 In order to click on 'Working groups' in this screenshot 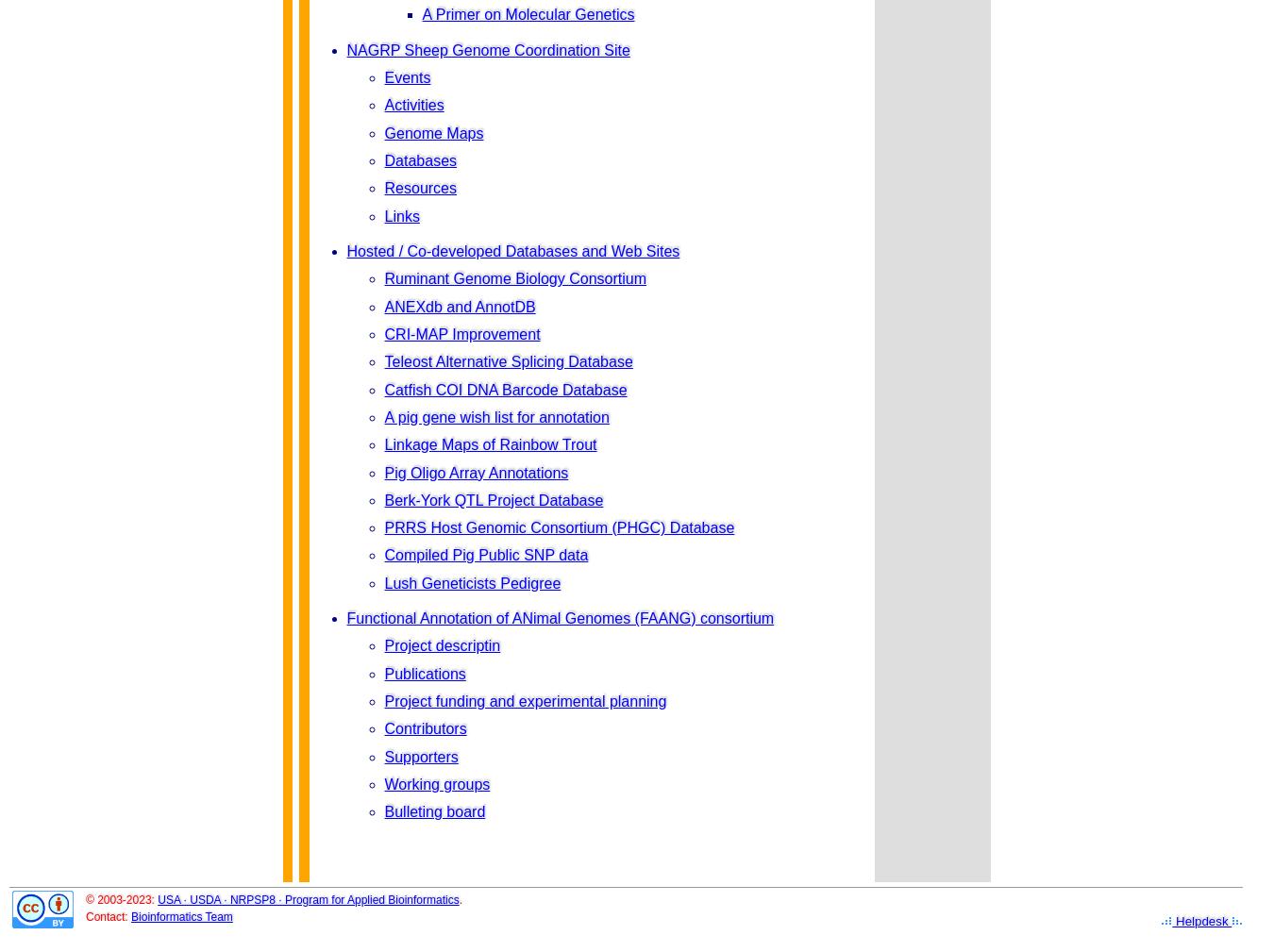, I will do `click(436, 784)`.